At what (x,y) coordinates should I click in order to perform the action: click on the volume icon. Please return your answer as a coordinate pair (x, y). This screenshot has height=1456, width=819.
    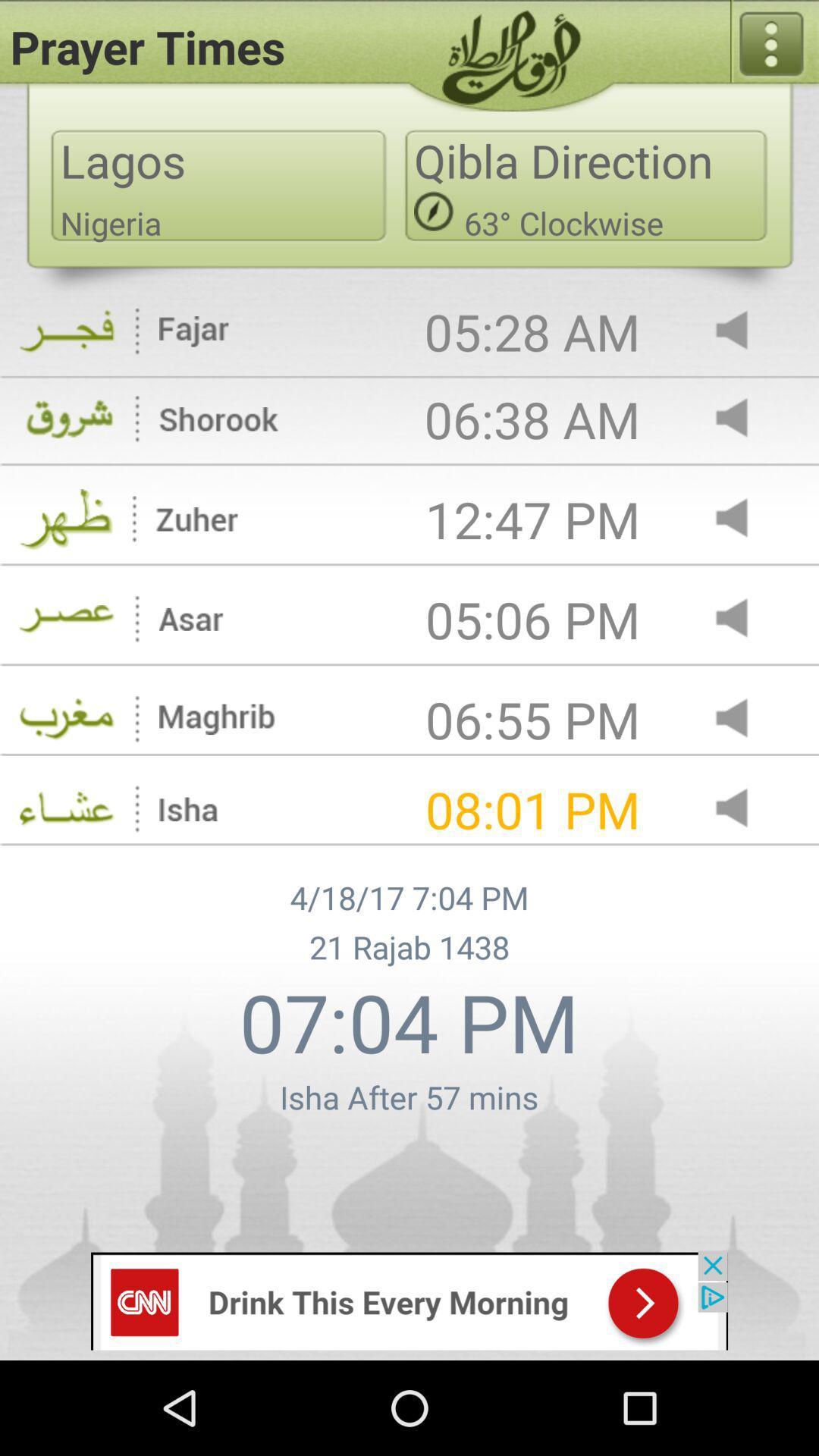
    Looking at the image, I should click on (744, 555).